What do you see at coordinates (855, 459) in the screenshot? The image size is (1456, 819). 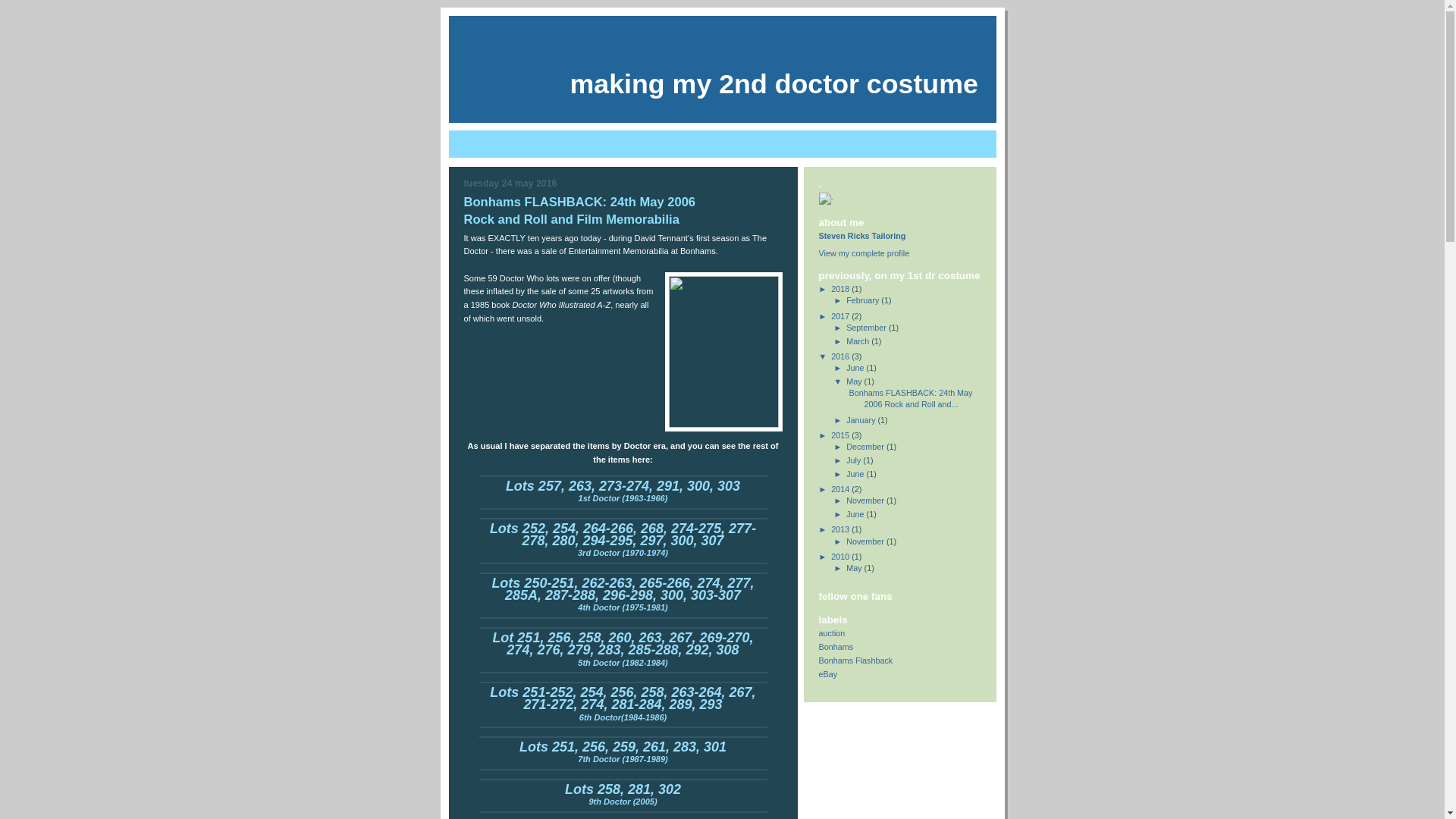 I see `'July'` at bounding box center [855, 459].